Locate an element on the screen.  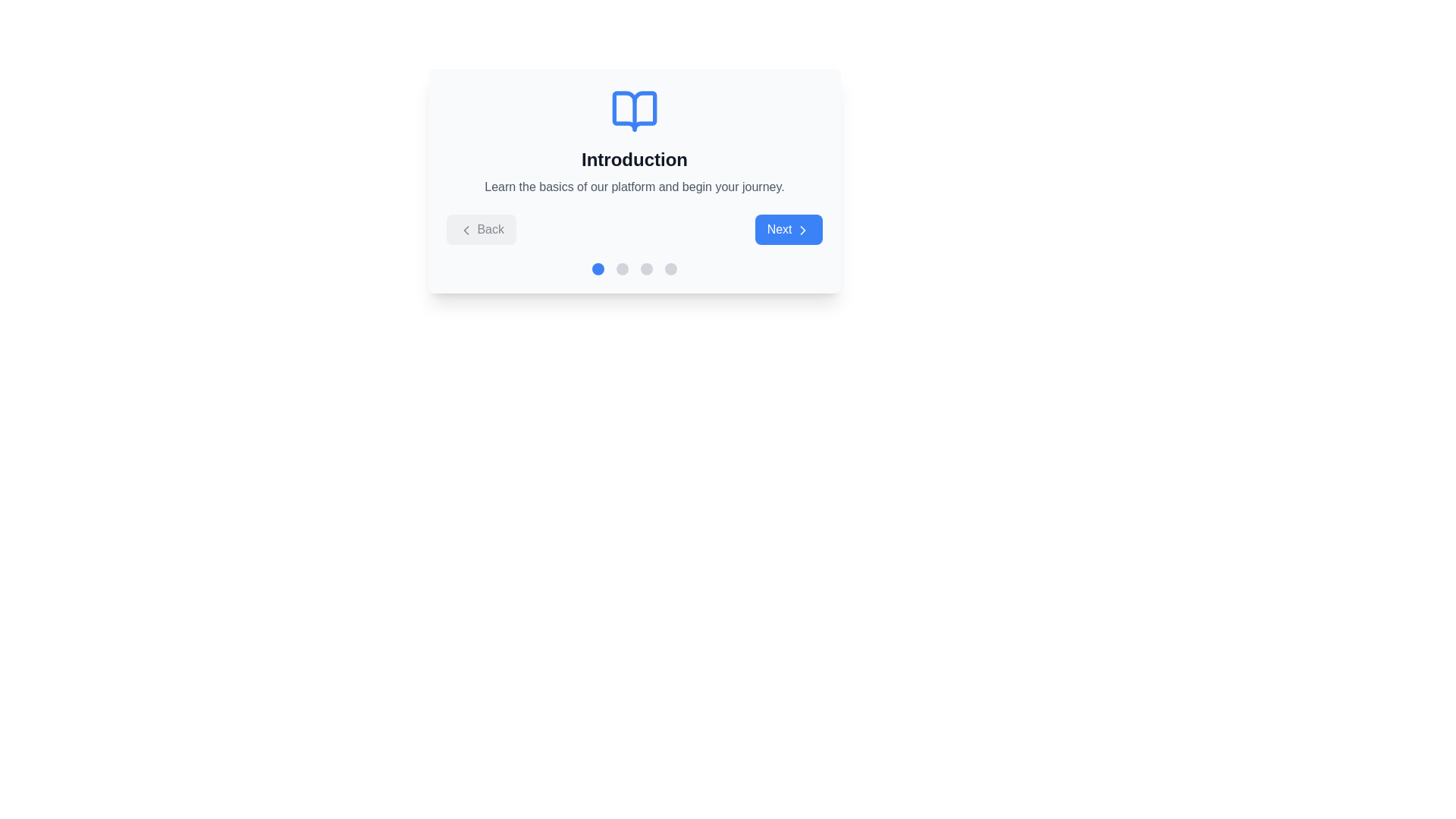
the text element styled in light-gray font that provides a description below the title 'Introduction', which contains the text: 'Learn the basics of our platform and begin your journey.' is located at coordinates (634, 186).